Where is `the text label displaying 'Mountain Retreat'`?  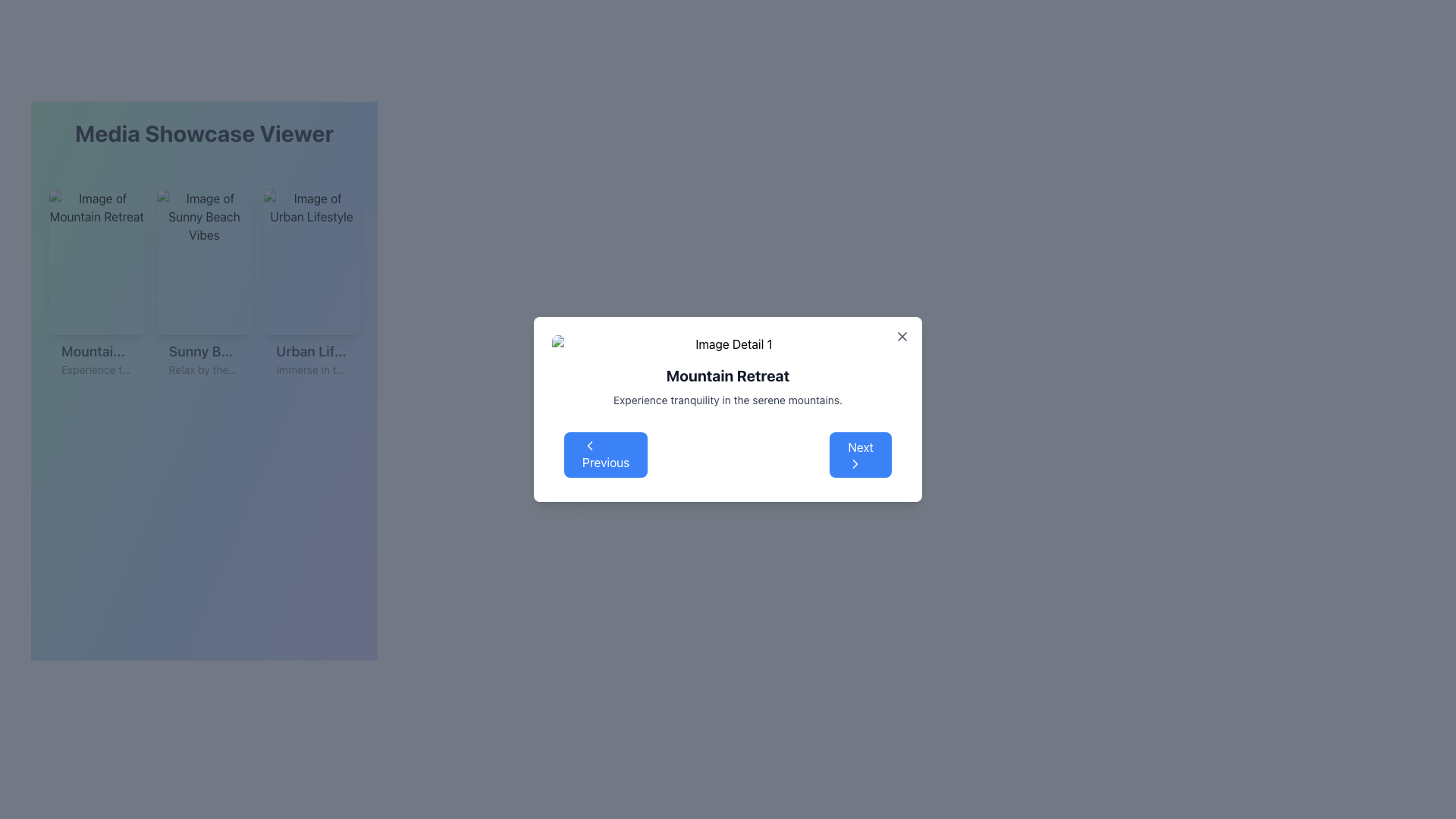
the text label displaying 'Mountain Retreat' is located at coordinates (728, 375).